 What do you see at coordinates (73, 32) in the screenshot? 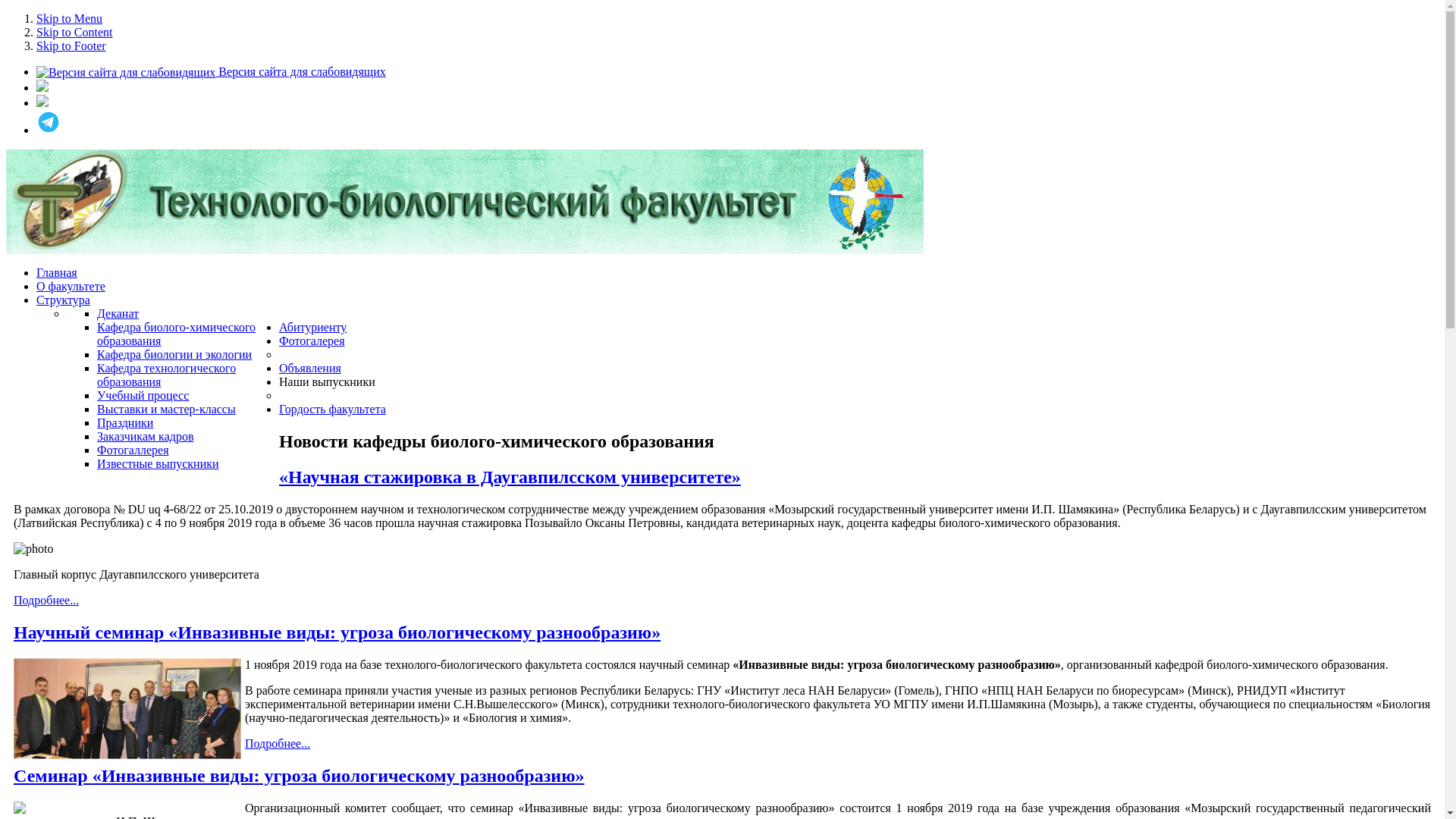
I see `'Skip to Content'` at bounding box center [73, 32].